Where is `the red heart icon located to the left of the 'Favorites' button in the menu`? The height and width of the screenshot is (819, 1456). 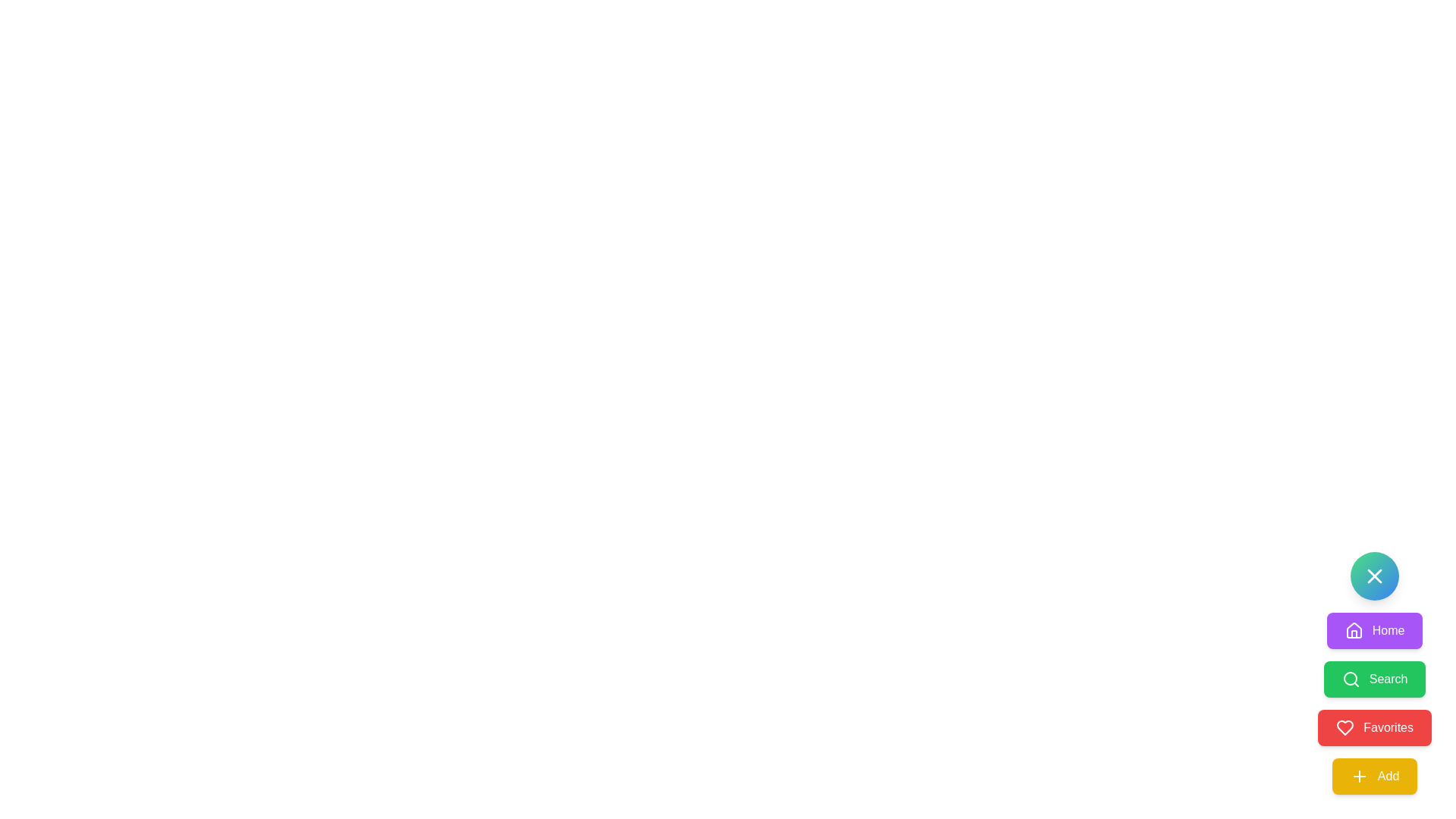 the red heart icon located to the left of the 'Favorites' button in the menu is located at coordinates (1345, 727).